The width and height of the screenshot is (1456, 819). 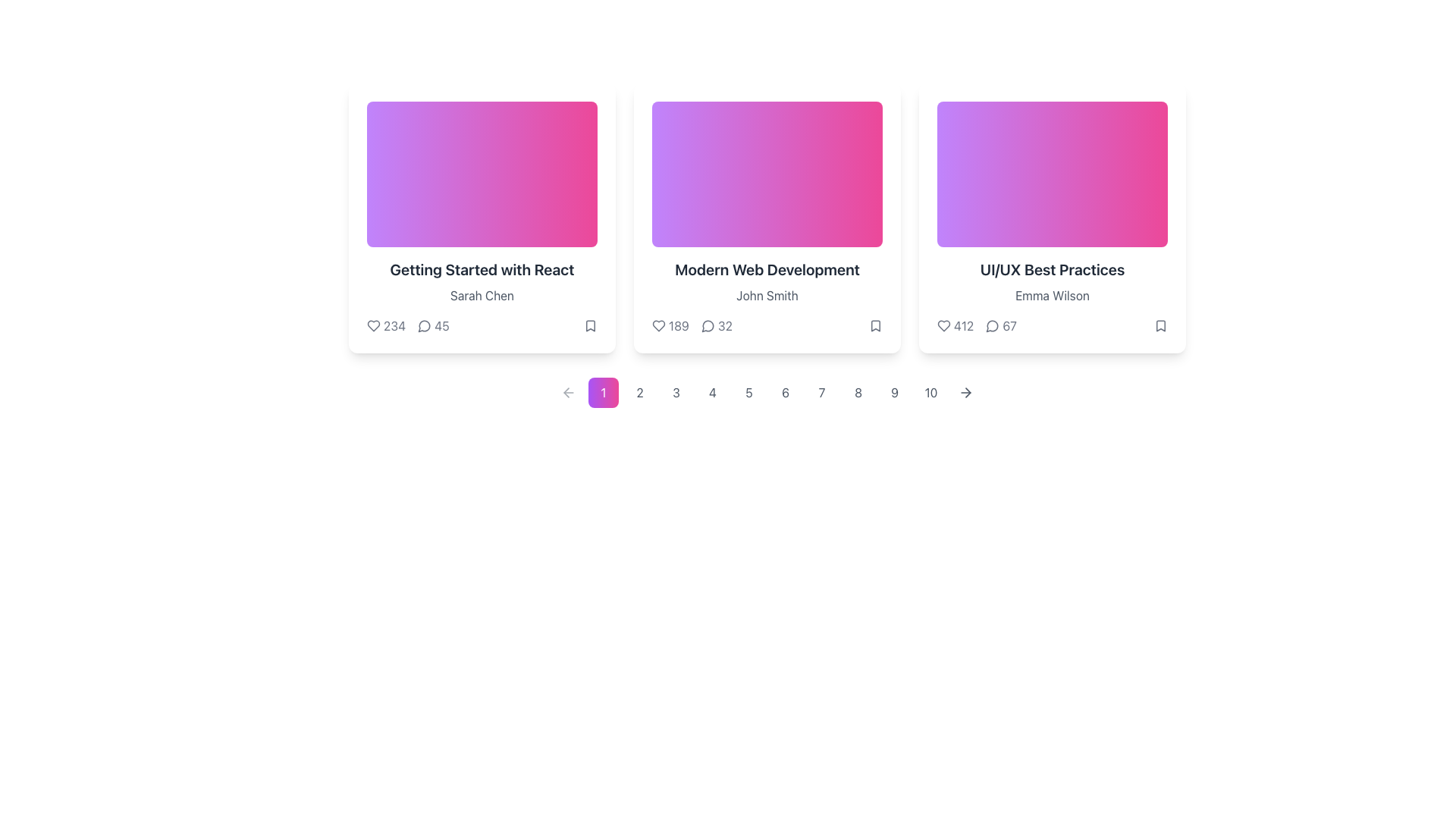 What do you see at coordinates (408, 325) in the screenshot?
I see `the heart icon count '234' in the Information cluster below the title and author name section of the first card` at bounding box center [408, 325].